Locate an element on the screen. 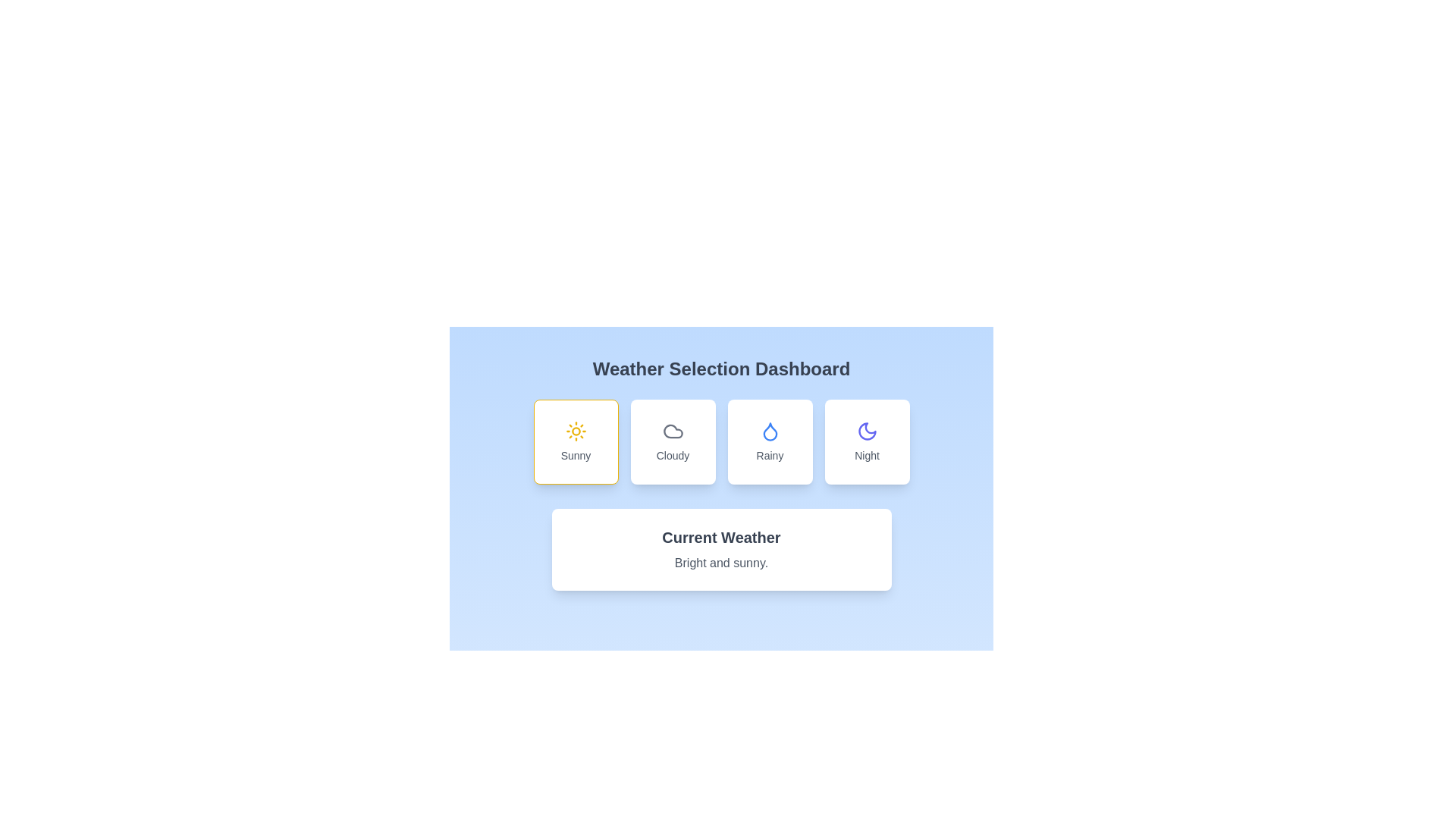 The image size is (1456, 819). the 'Night' weather condition indicator SVG icon is located at coordinates (867, 431).